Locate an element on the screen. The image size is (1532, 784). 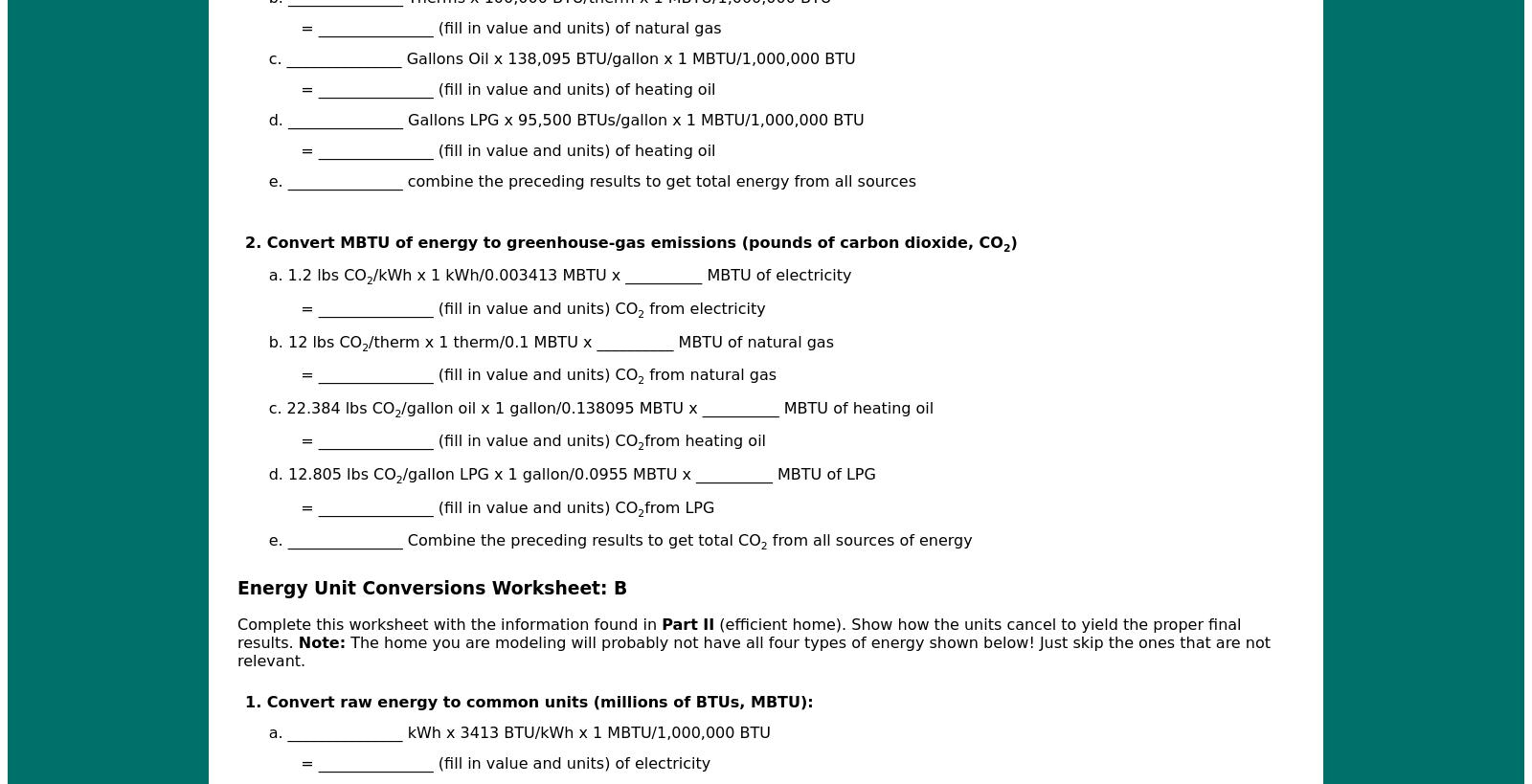
'The home you are modeling will probably not have all four types of energy shown below!  Just skip the ones that are 
not relevant.' is located at coordinates (754, 651).